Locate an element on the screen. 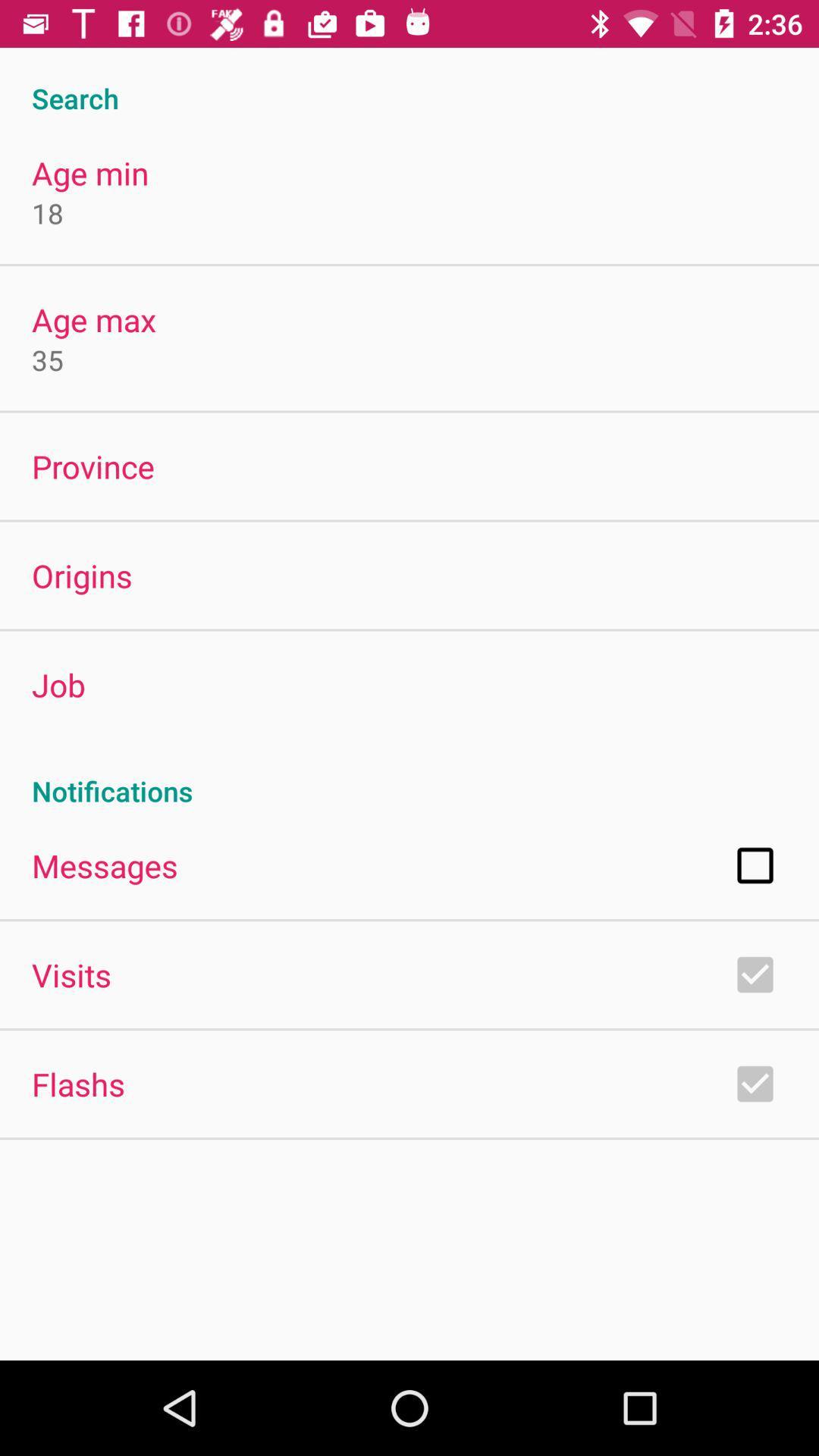 The width and height of the screenshot is (819, 1456). the age min is located at coordinates (90, 173).